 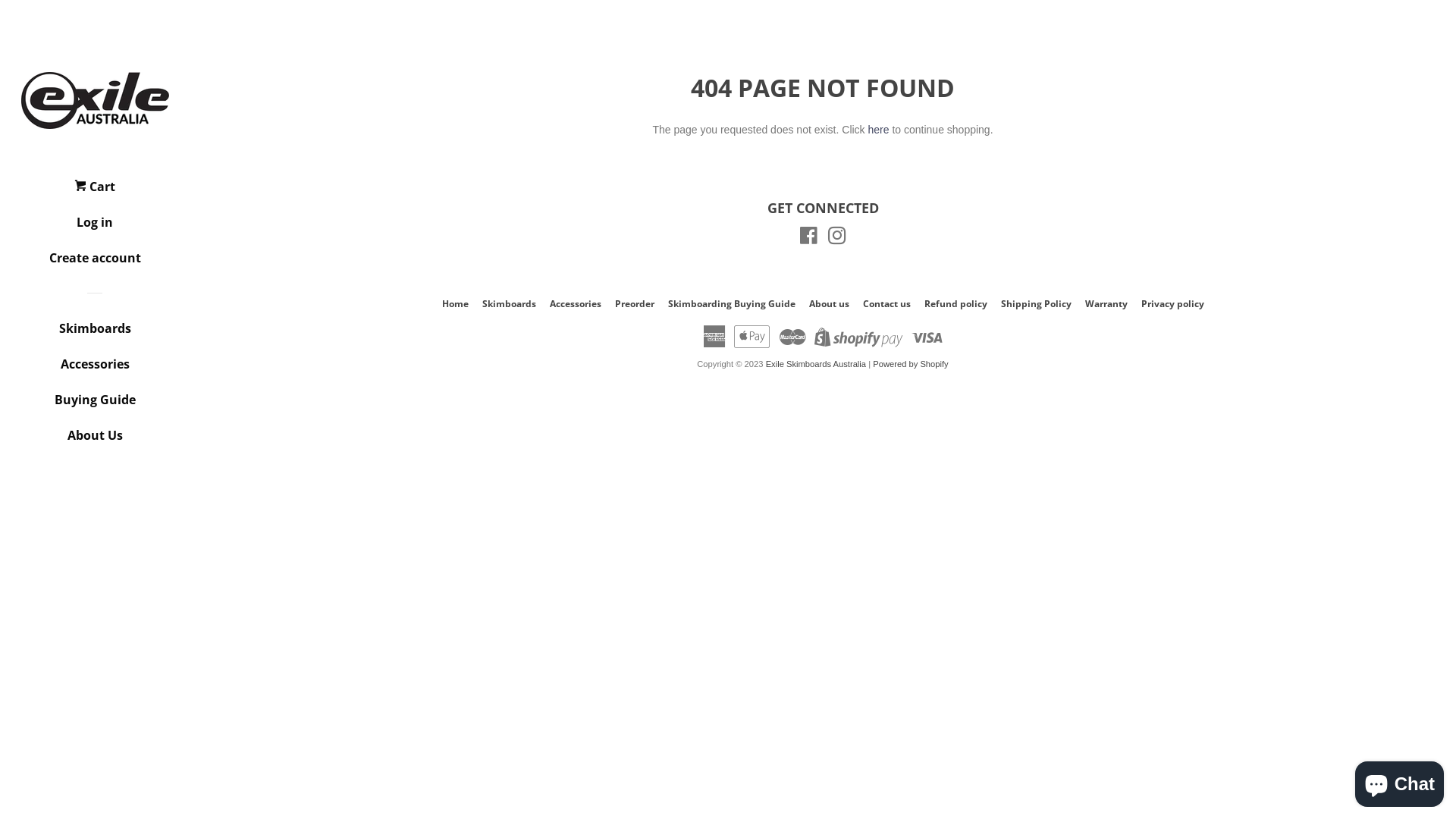 What do you see at coordinates (923, 303) in the screenshot?
I see `'Refund policy'` at bounding box center [923, 303].